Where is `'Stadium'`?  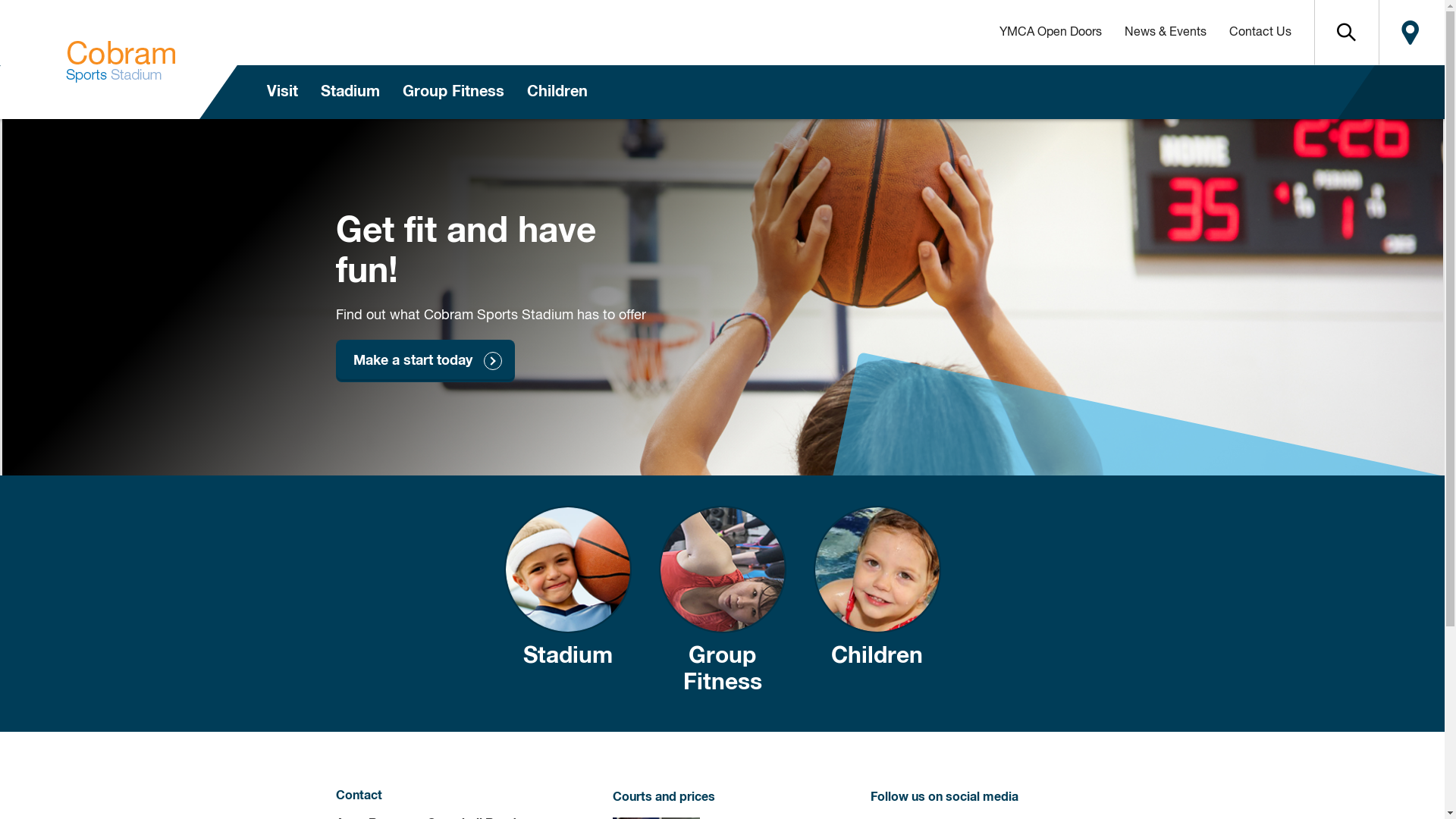 'Stadium' is located at coordinates (566, 602).